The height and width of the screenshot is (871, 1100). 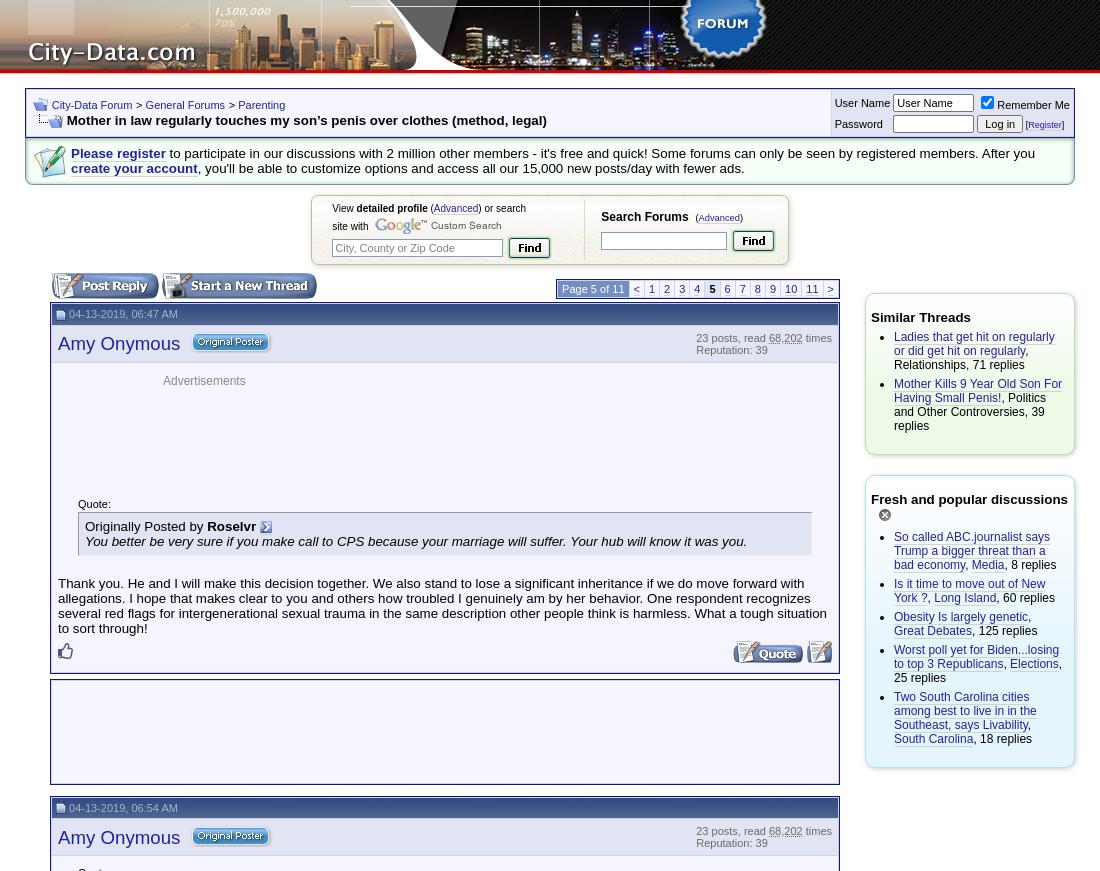 I want to click on 'User Name', so click(x=860, y=100).